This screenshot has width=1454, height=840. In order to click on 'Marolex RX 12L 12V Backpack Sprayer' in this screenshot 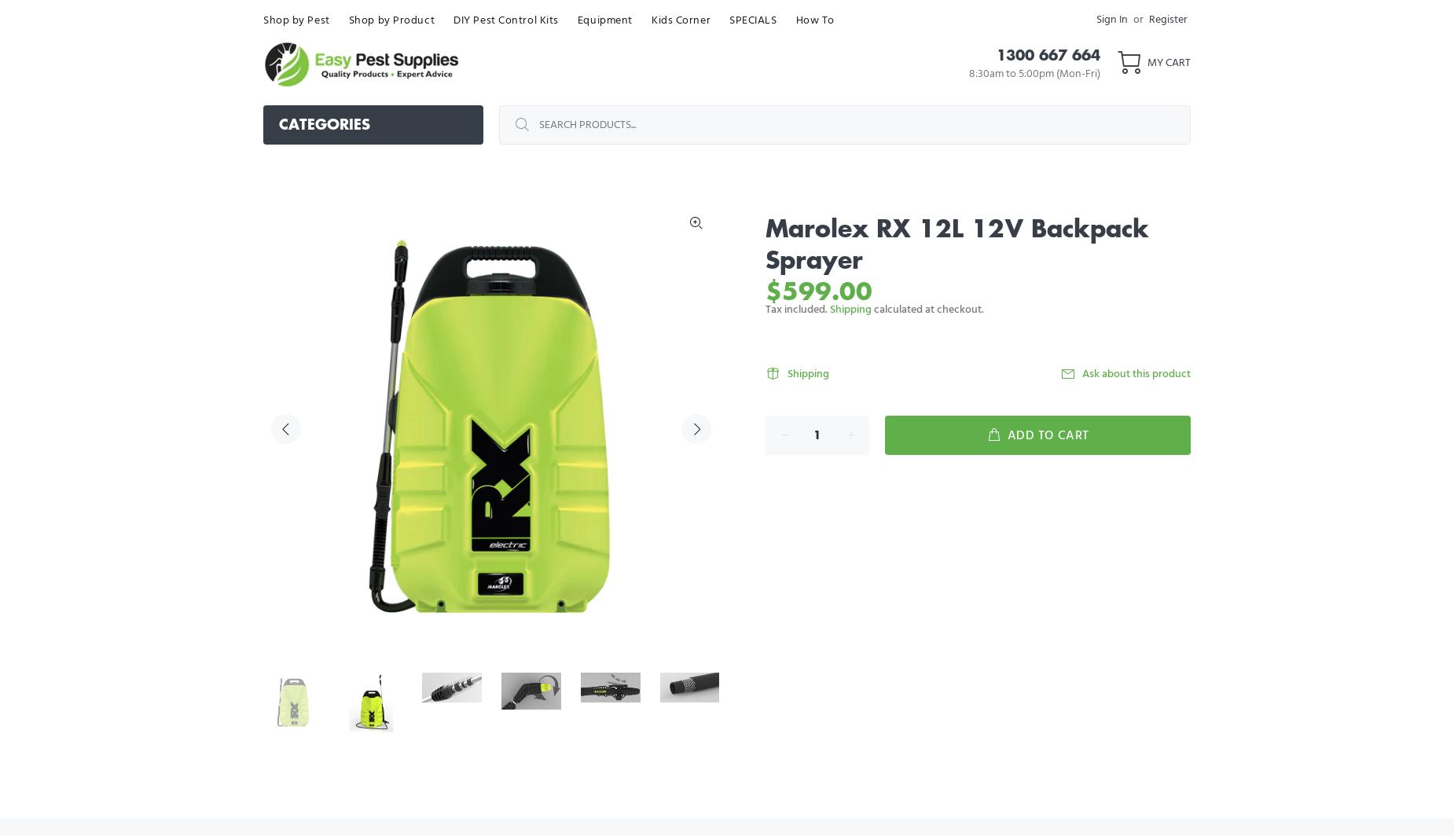, I will do `click(956, 243)`.